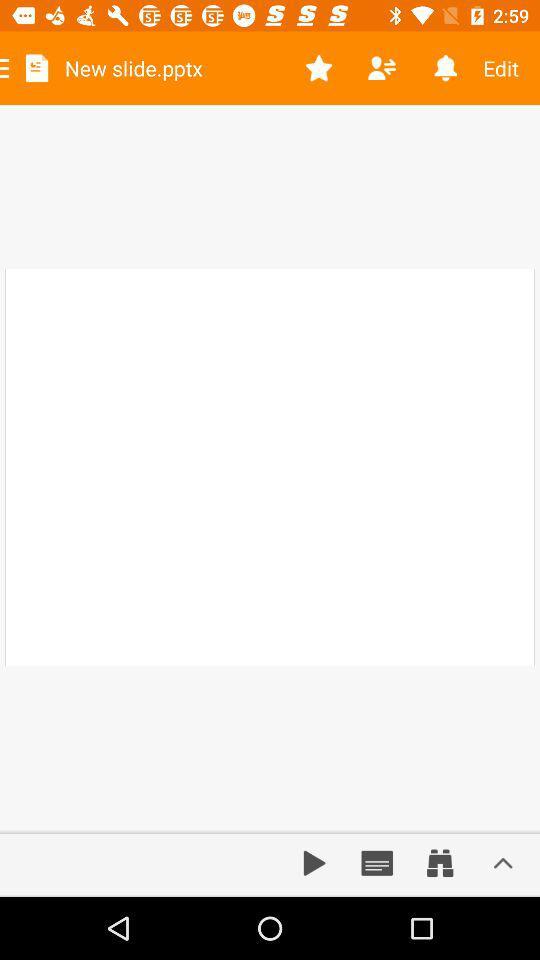 This screenshot has width=540, height=960. I want to click on contact, so click(382, 68).